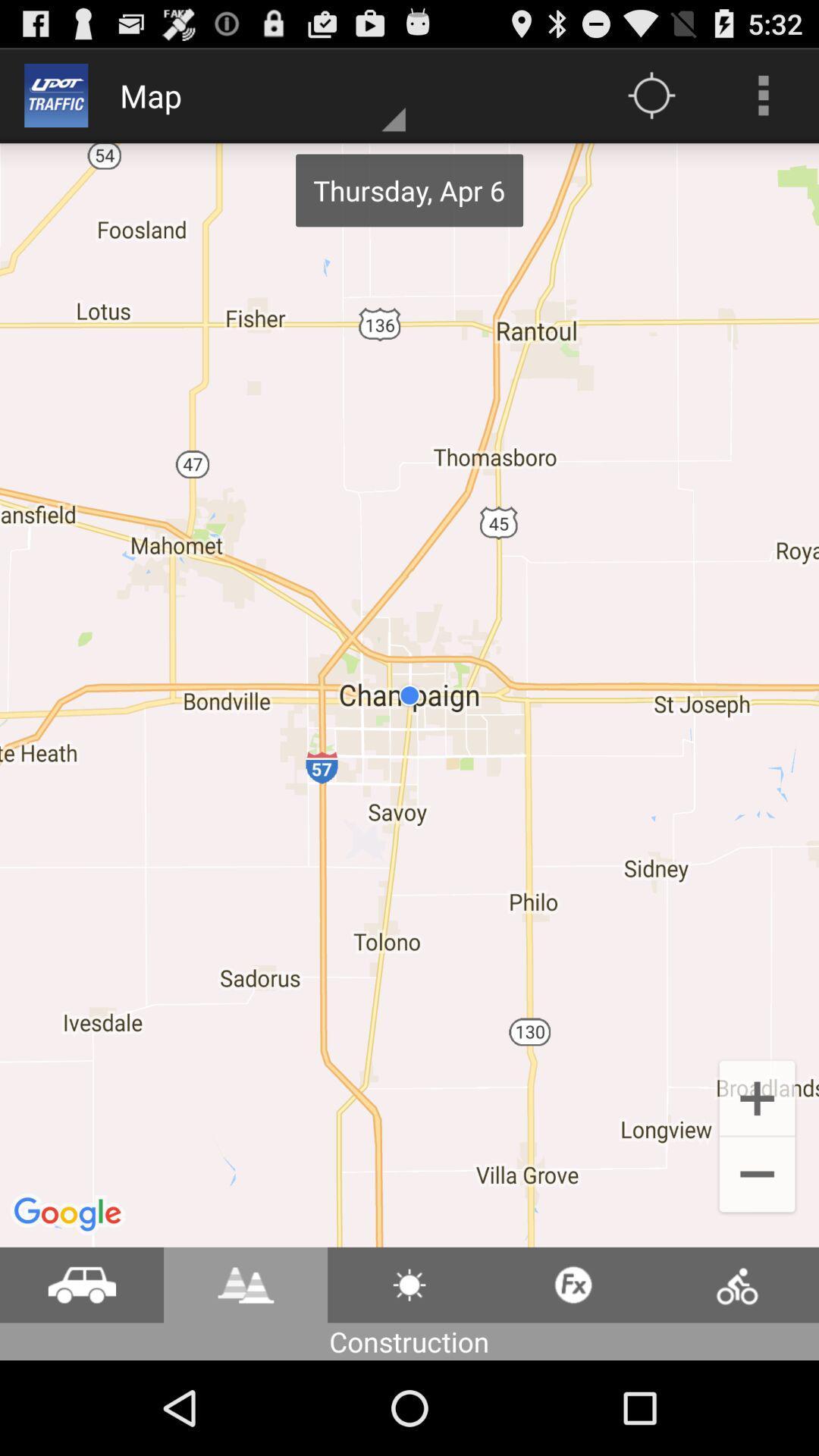 The image size is (819, 1456). What do you see at coordinates (409, 1284) in the screenshot?
I see `construction page` at bounding box center [409, 1284].